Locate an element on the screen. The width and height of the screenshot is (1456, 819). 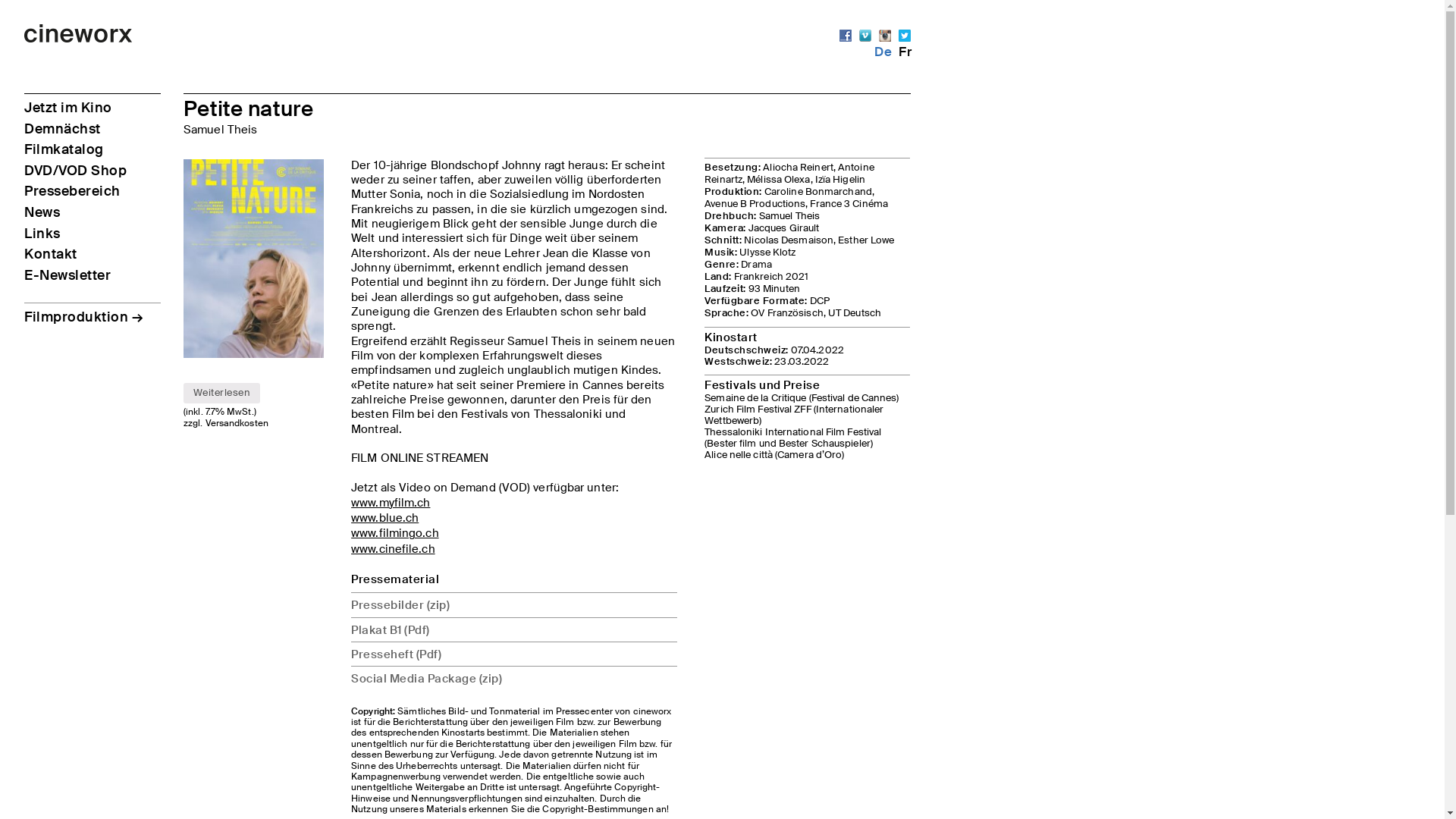
'www.blue.ch' is located at coordinates (384, 516).